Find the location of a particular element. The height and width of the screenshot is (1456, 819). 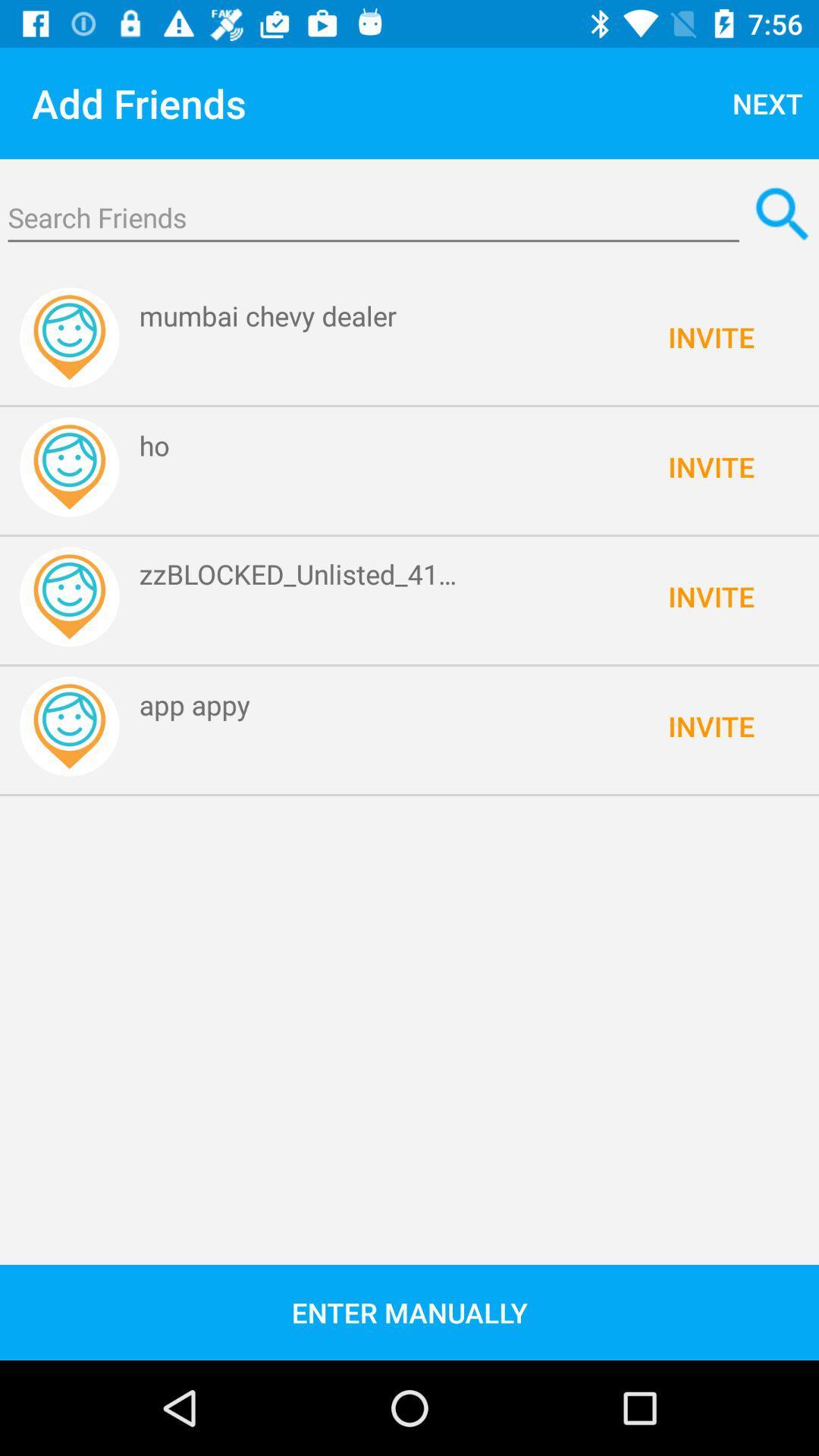

the search icon is located at coordinates (783, 214).